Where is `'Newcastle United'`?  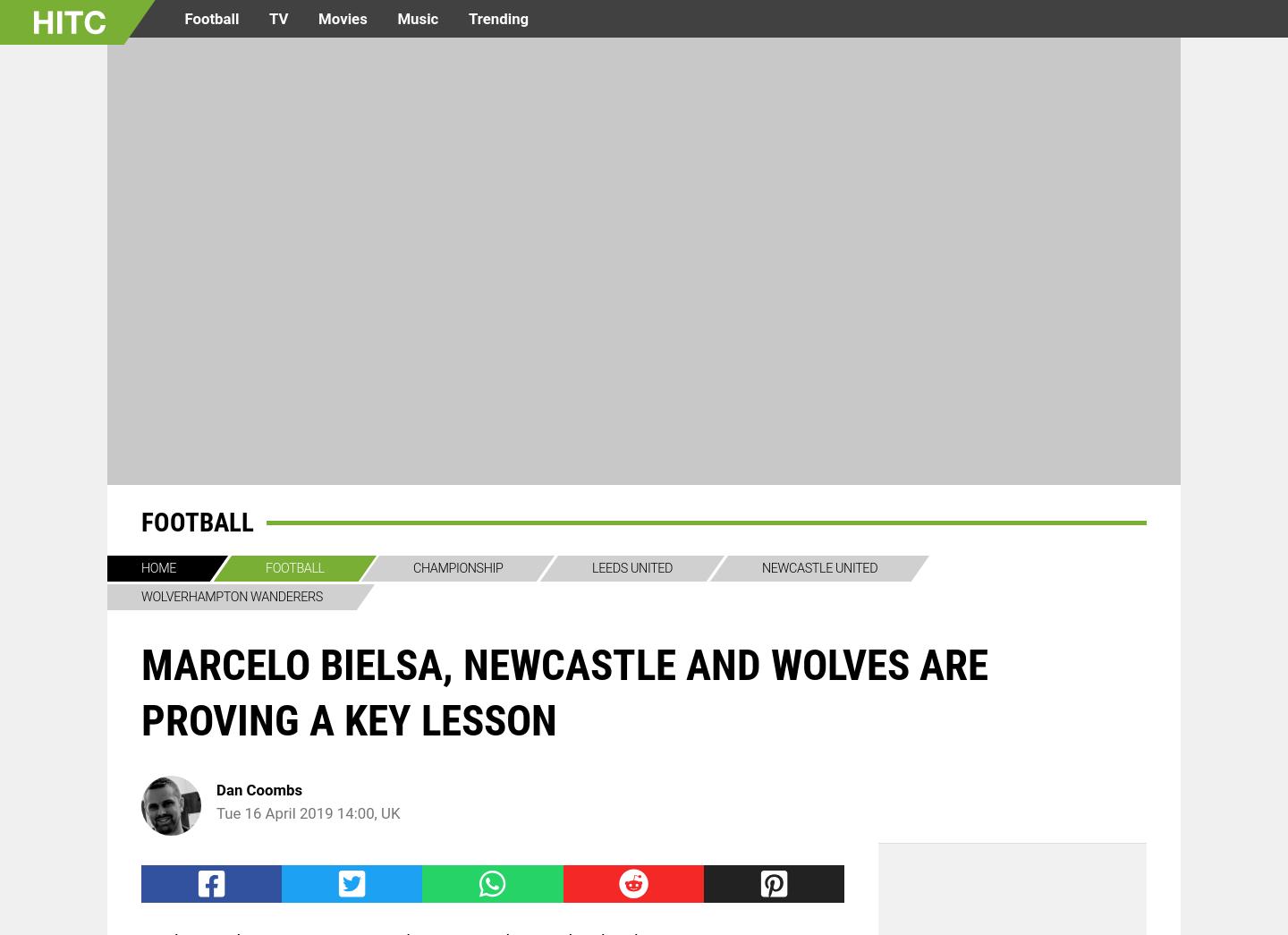 'Newcastle United' is located at coordinates (818, 567).